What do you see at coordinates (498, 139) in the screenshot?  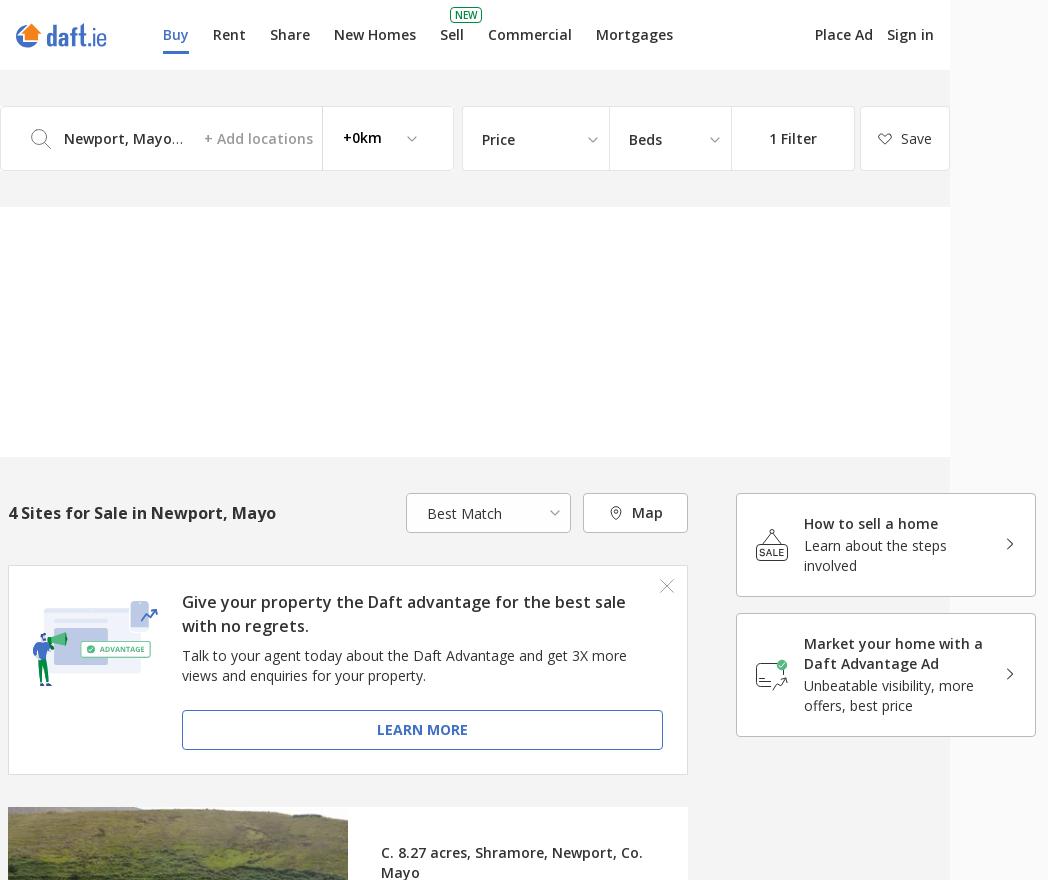 I see `'Price'` at bounding box center [498, 139].